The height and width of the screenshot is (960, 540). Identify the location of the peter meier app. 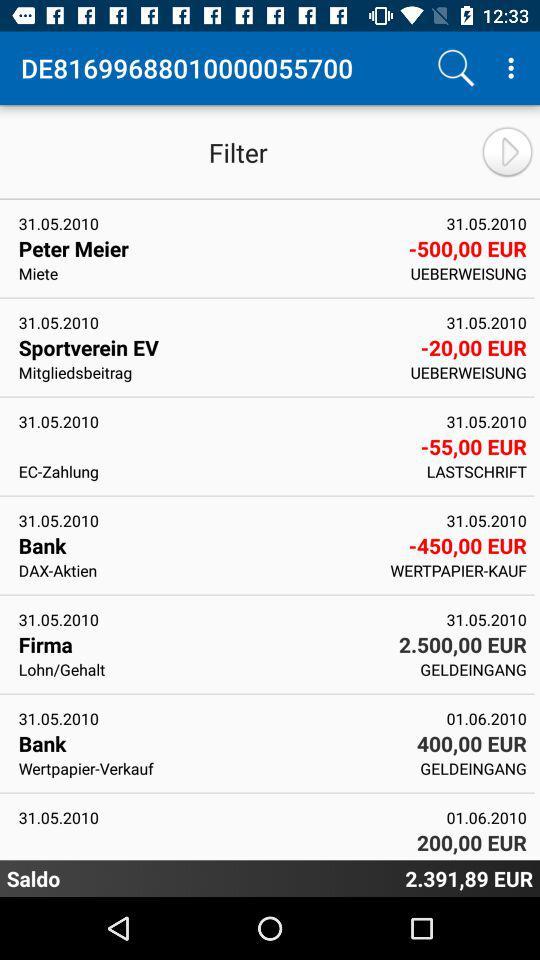
(206, 247).